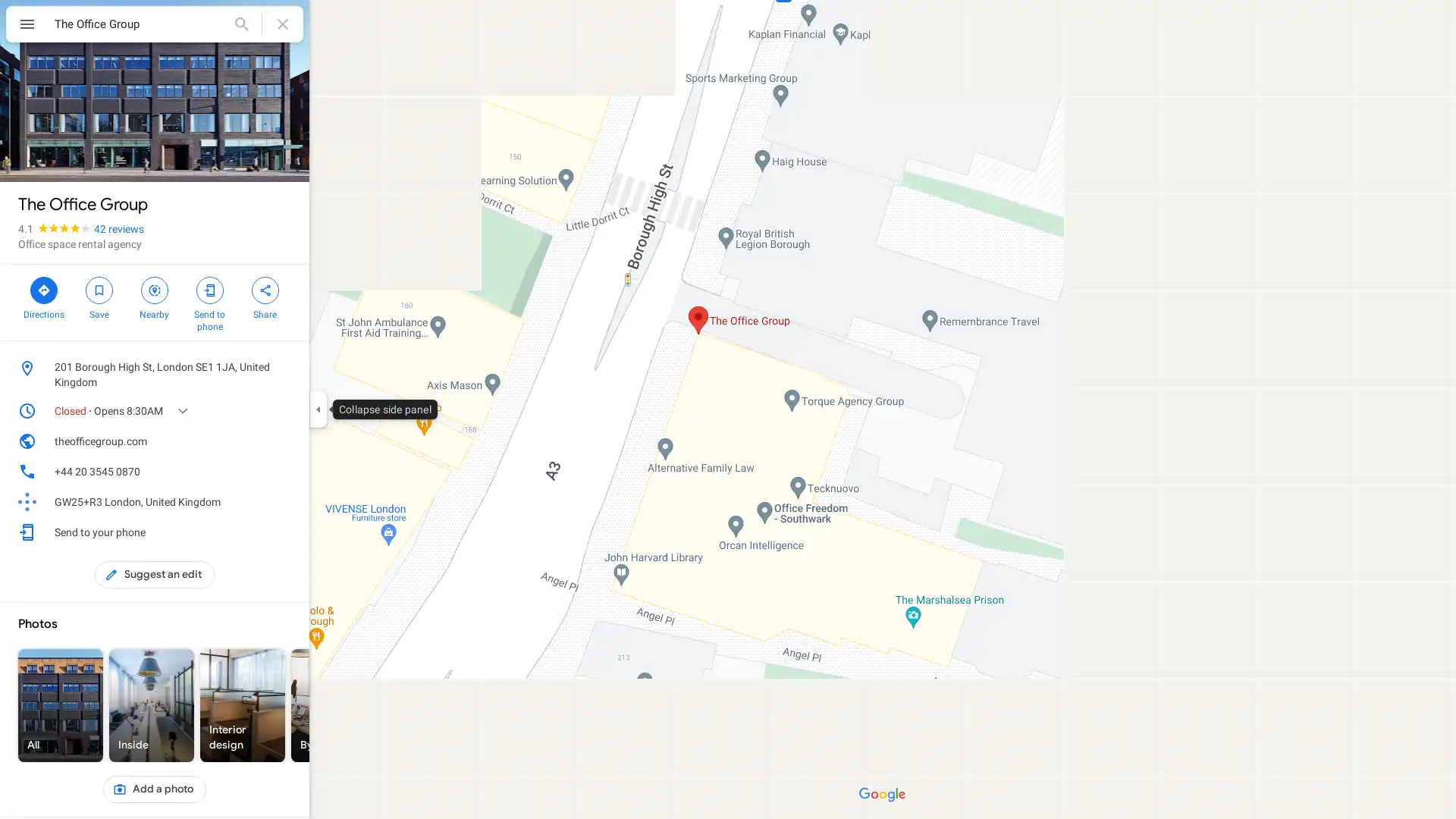  What do you see at coordinates (152, 705) in the screenshot?
I see `Inside` at bounding box center [152, 705].